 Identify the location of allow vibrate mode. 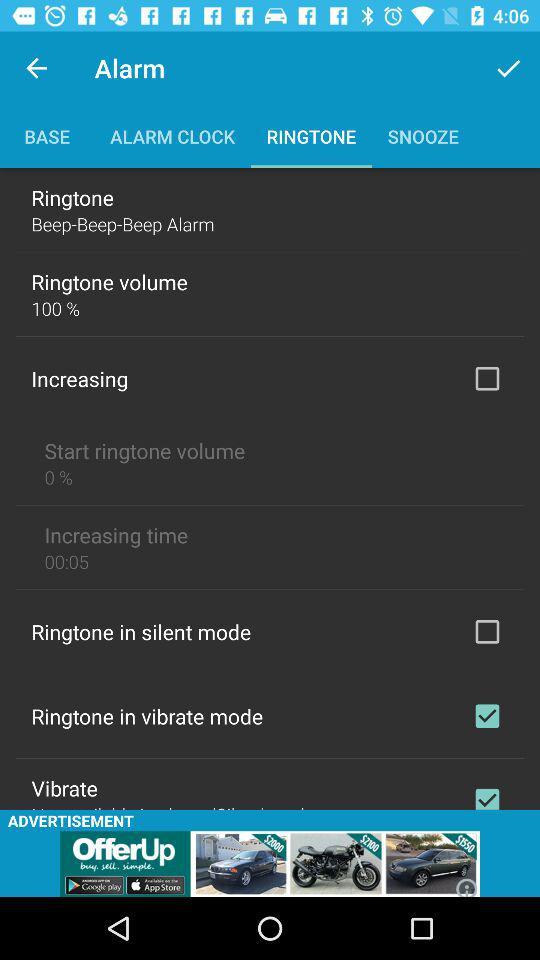
(486, 716).